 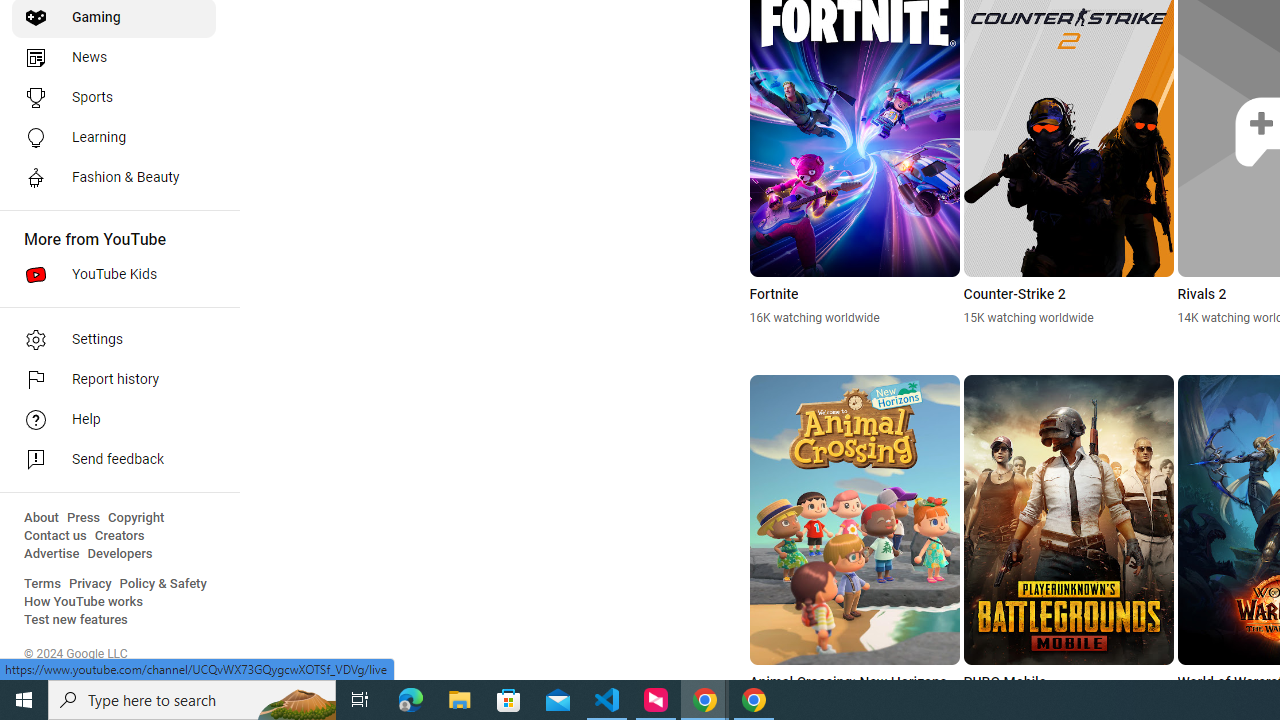 I want to click on 'Learning', so click(x=112, y=136).